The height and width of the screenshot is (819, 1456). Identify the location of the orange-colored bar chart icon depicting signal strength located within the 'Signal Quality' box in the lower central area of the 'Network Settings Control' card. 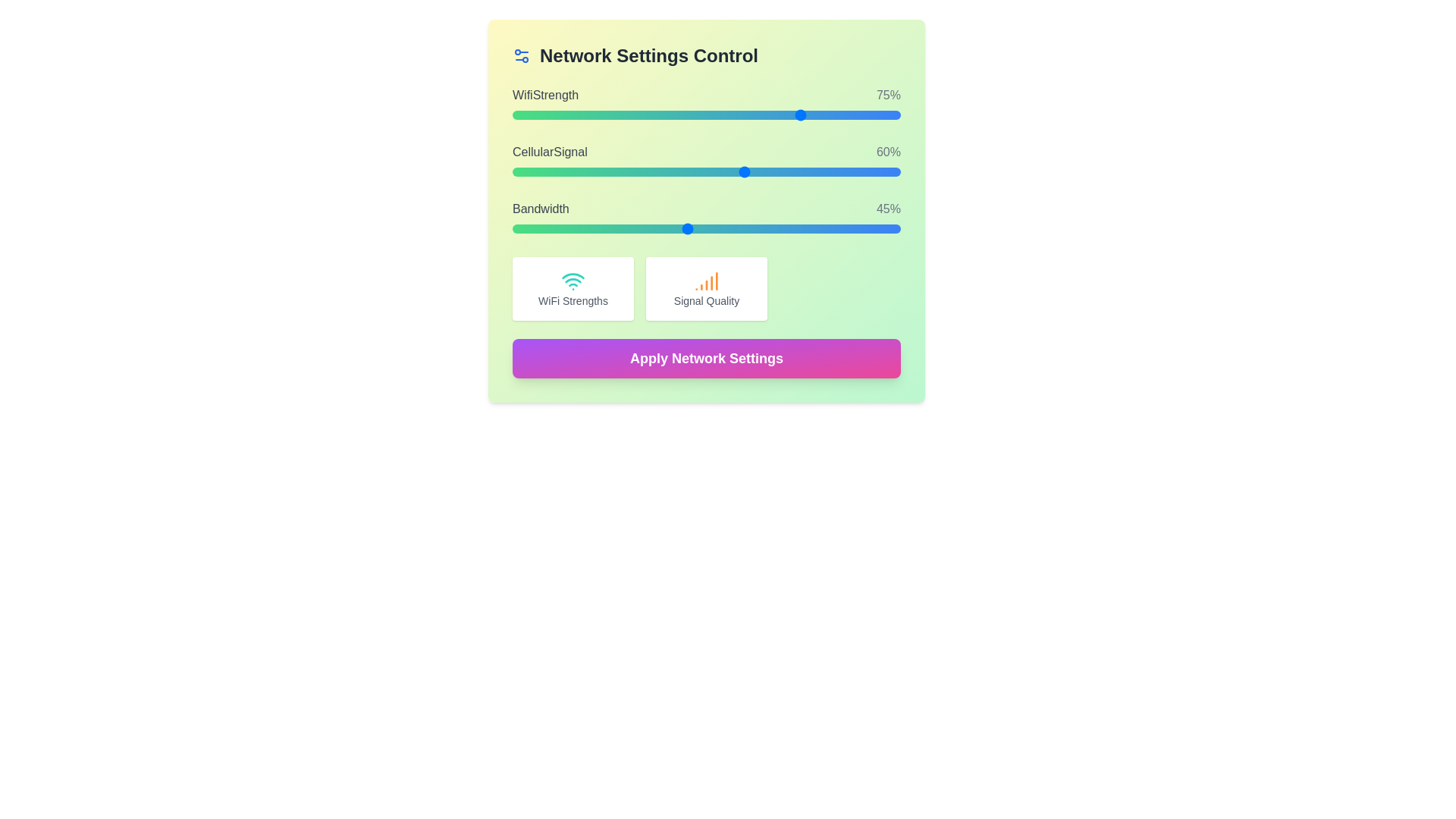
(705, 281).